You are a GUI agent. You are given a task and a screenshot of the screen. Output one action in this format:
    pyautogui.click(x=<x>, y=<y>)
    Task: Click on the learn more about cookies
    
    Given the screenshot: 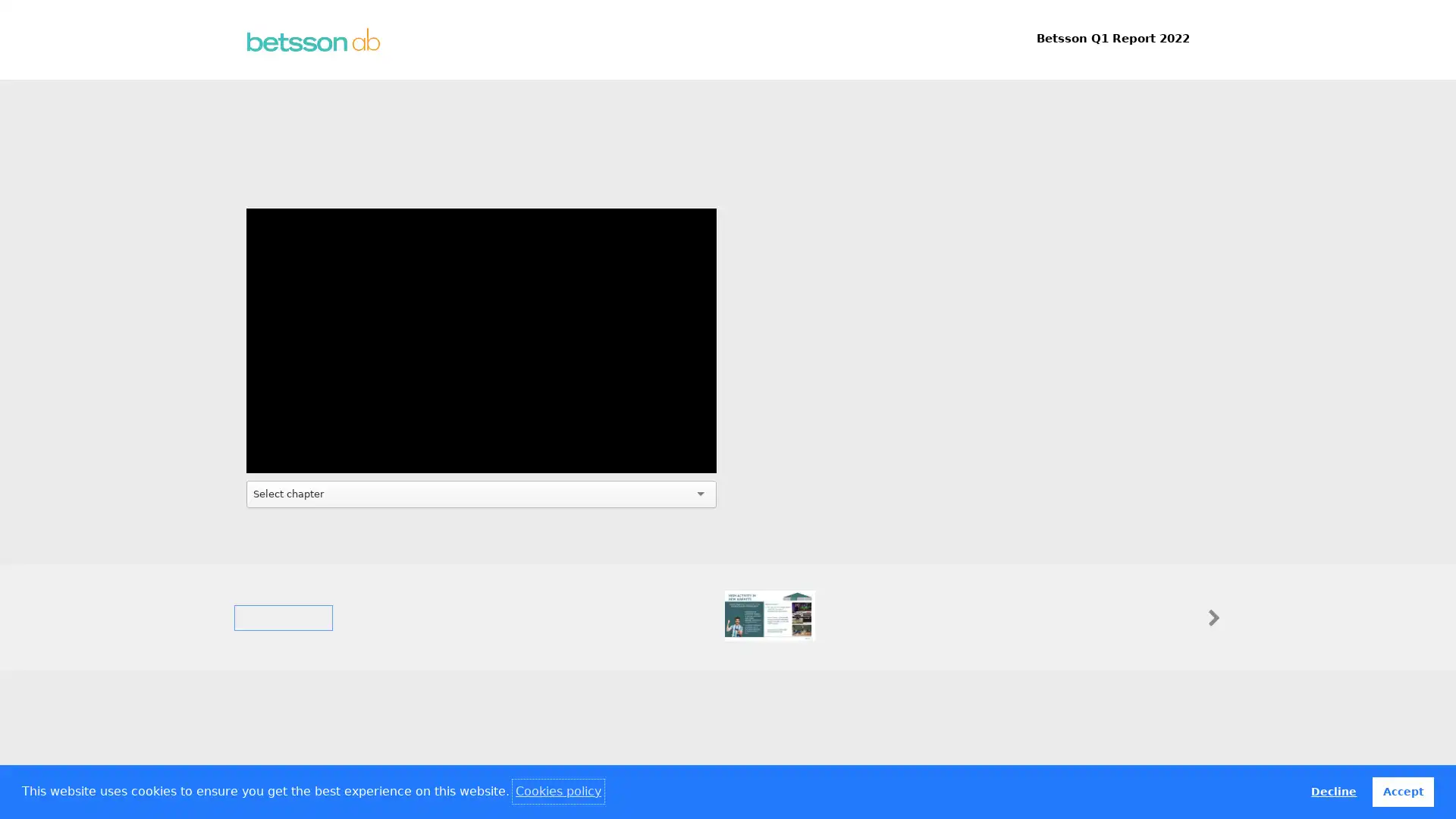 What is the action you would take?
    pyautogui.click(x=557, y=791)
    